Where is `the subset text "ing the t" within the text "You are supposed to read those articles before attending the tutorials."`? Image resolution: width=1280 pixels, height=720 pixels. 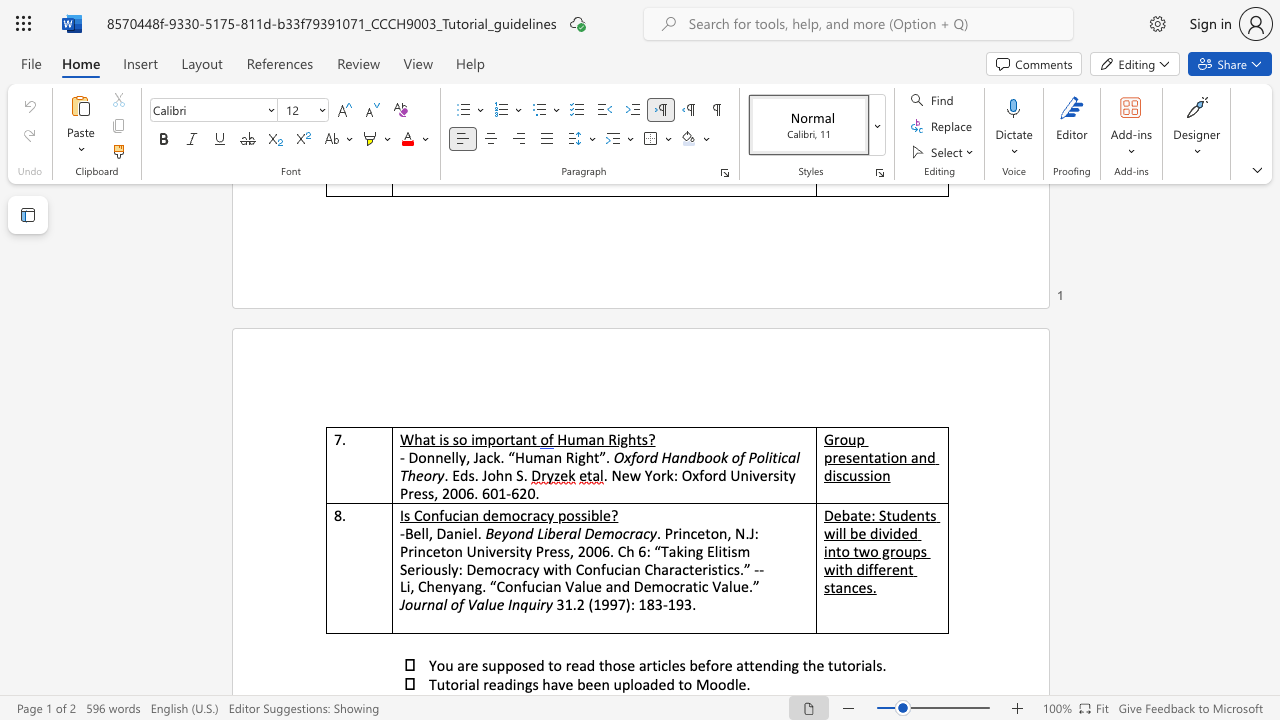
the subset text "ing the t" within the text "You are supposed to read those articles before attending the tutorials." is located at coordinates (778, 665).